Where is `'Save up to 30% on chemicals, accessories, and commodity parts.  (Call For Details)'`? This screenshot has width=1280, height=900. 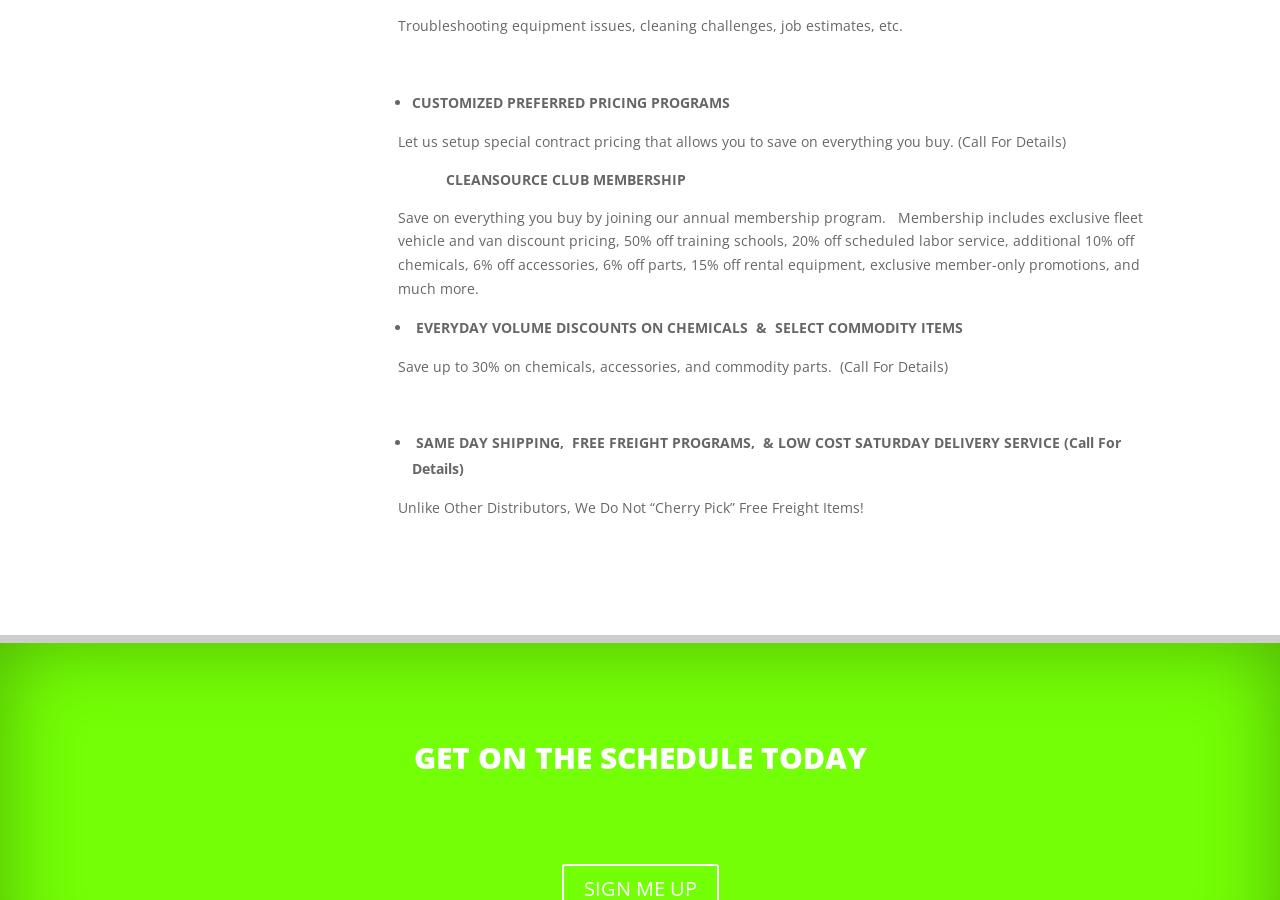 'Save up to 30% on chemicals, accessories, and commodity parts.  (Call For Details)' is located at coordinates (673, 365).